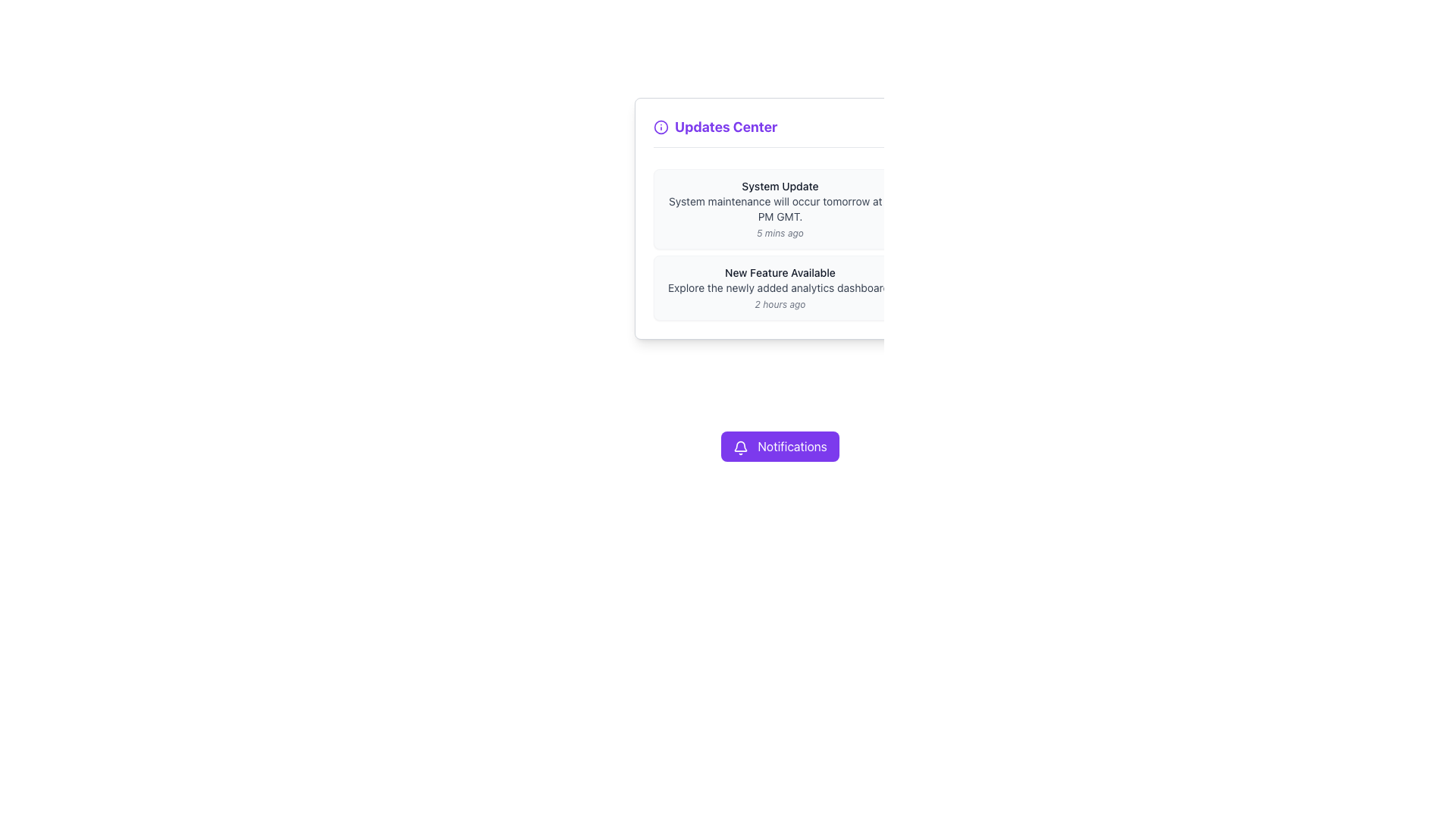 The height and width of the screenshot is (819, 1456). I want to click on the SVG icon representing information located to the left of the 'Updates Center' text in the header, so click(661, 127).